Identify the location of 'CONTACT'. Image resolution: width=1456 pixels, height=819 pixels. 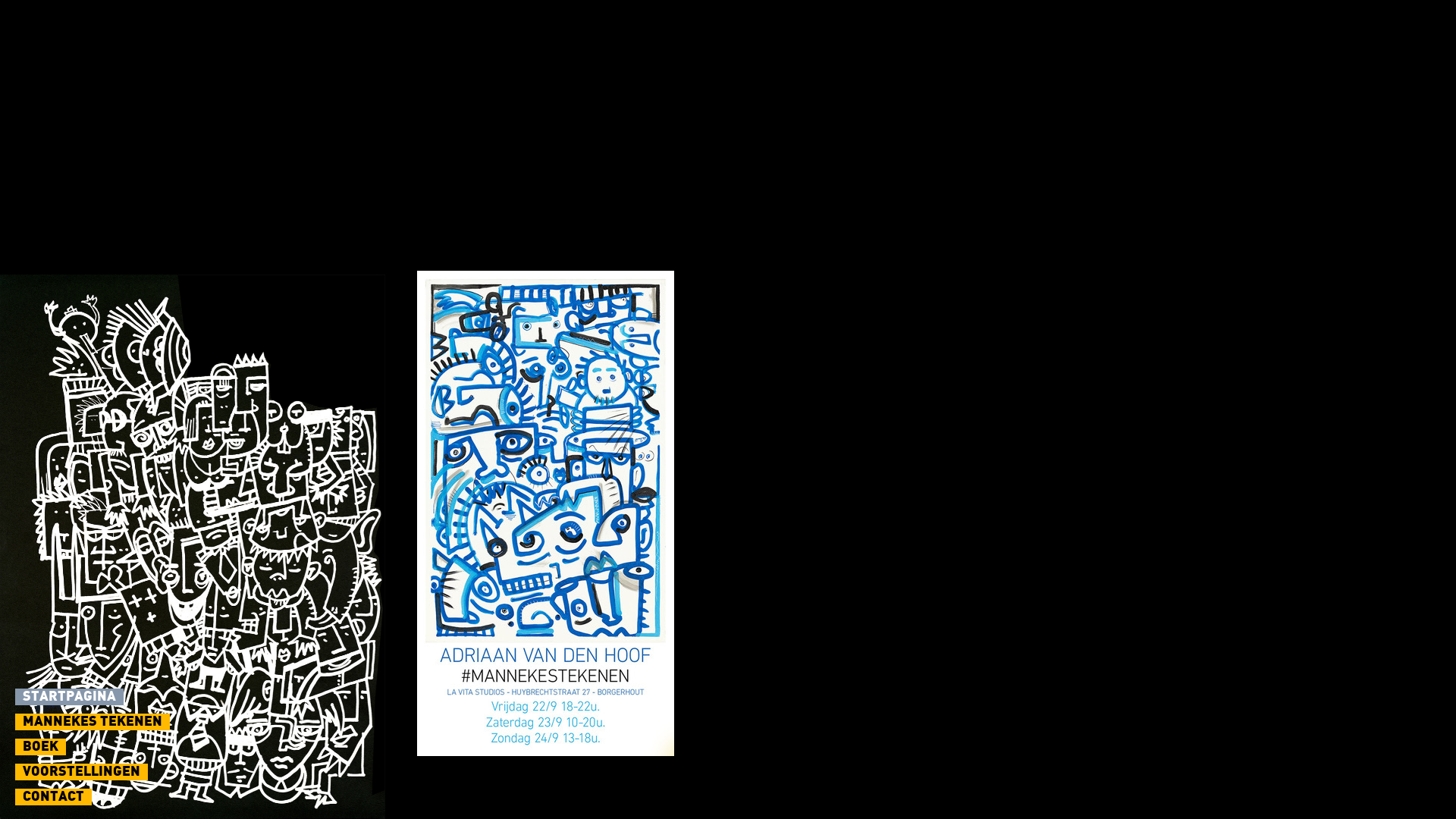
(53, 795).